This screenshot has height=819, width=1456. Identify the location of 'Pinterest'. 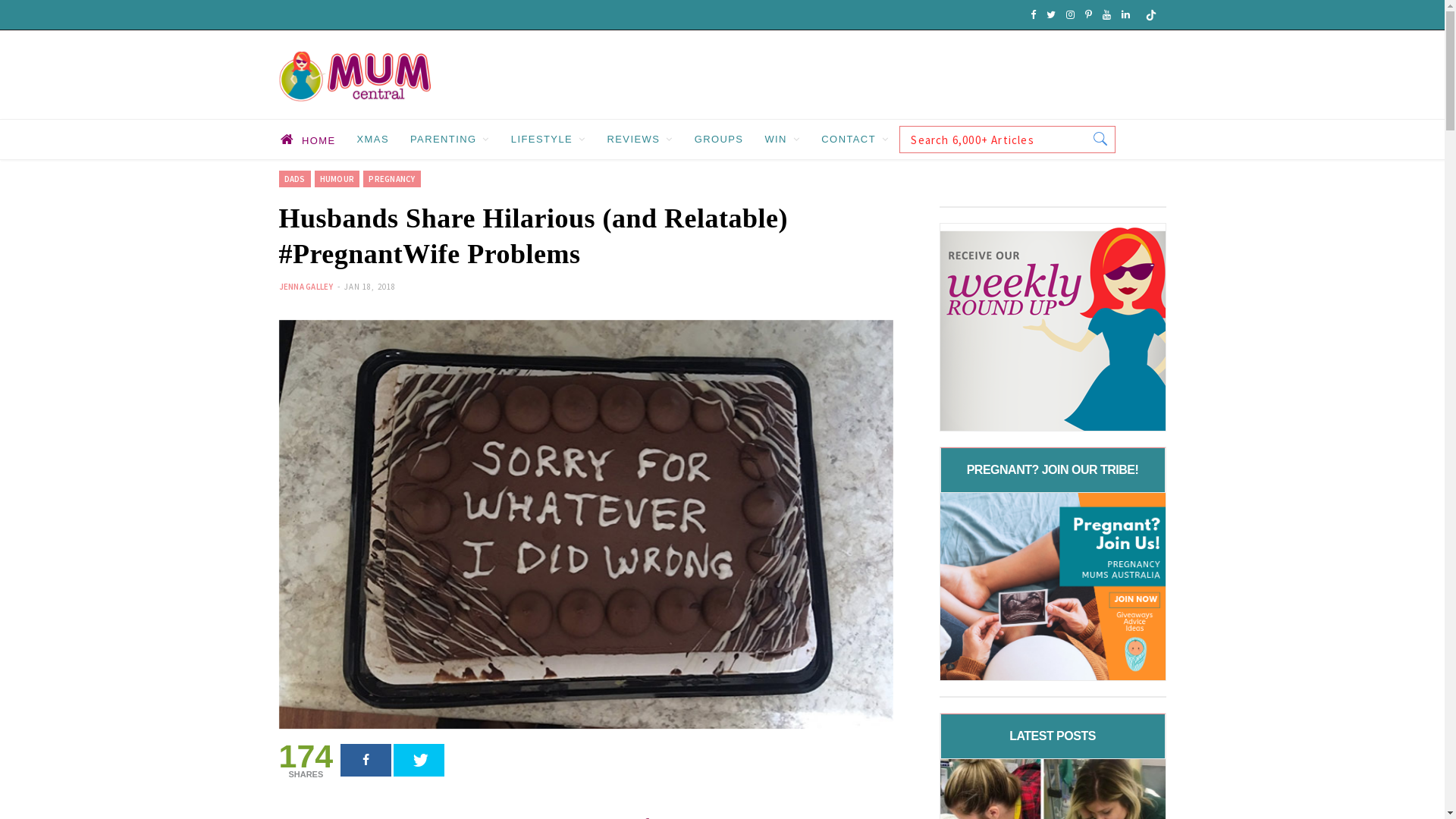
(1087, 14).